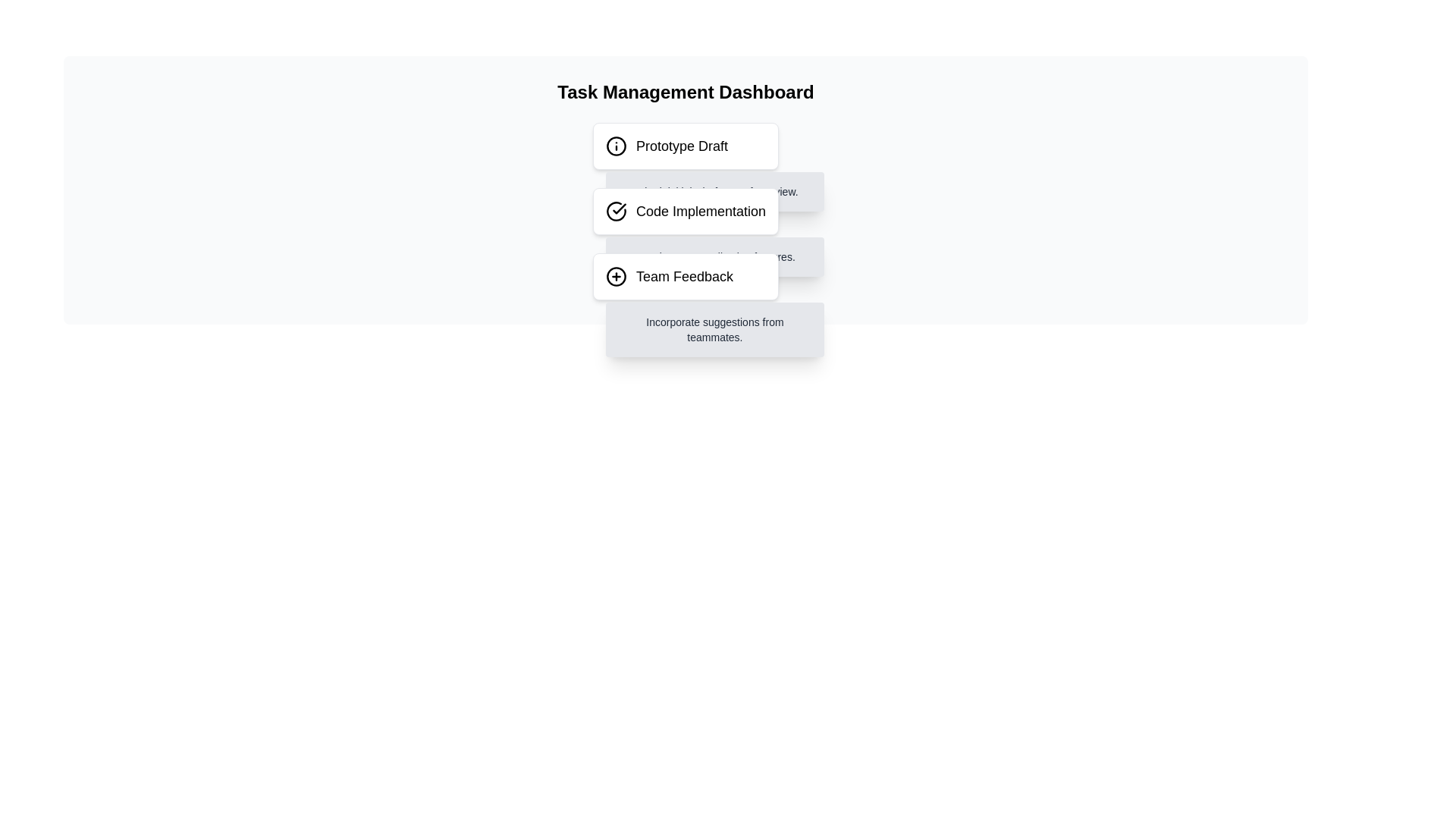 This screenshot has width=1456, height=819. I want to click on the Header with icon displaying 'Prototype Draft' and an information icon for tooltip, so click(685, 146).